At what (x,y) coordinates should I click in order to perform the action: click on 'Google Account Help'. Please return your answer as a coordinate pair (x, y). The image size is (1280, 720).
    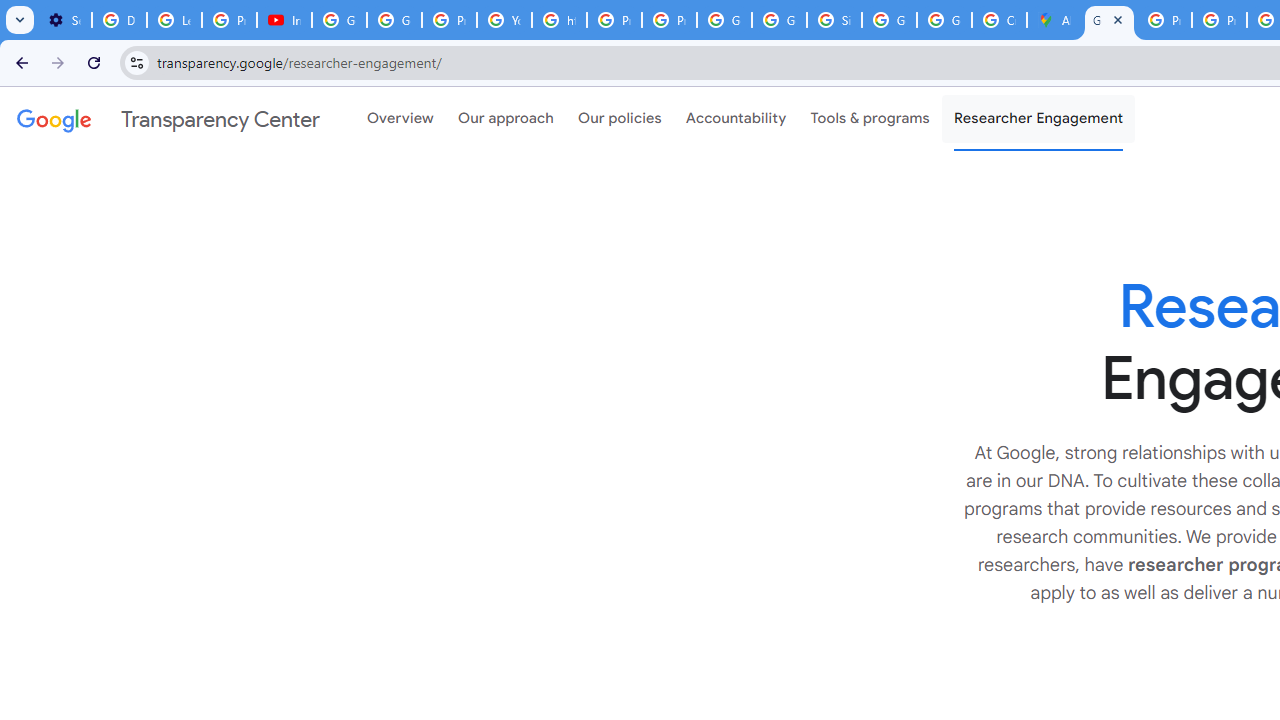
    Looking at the image, I should click on (339, 20).